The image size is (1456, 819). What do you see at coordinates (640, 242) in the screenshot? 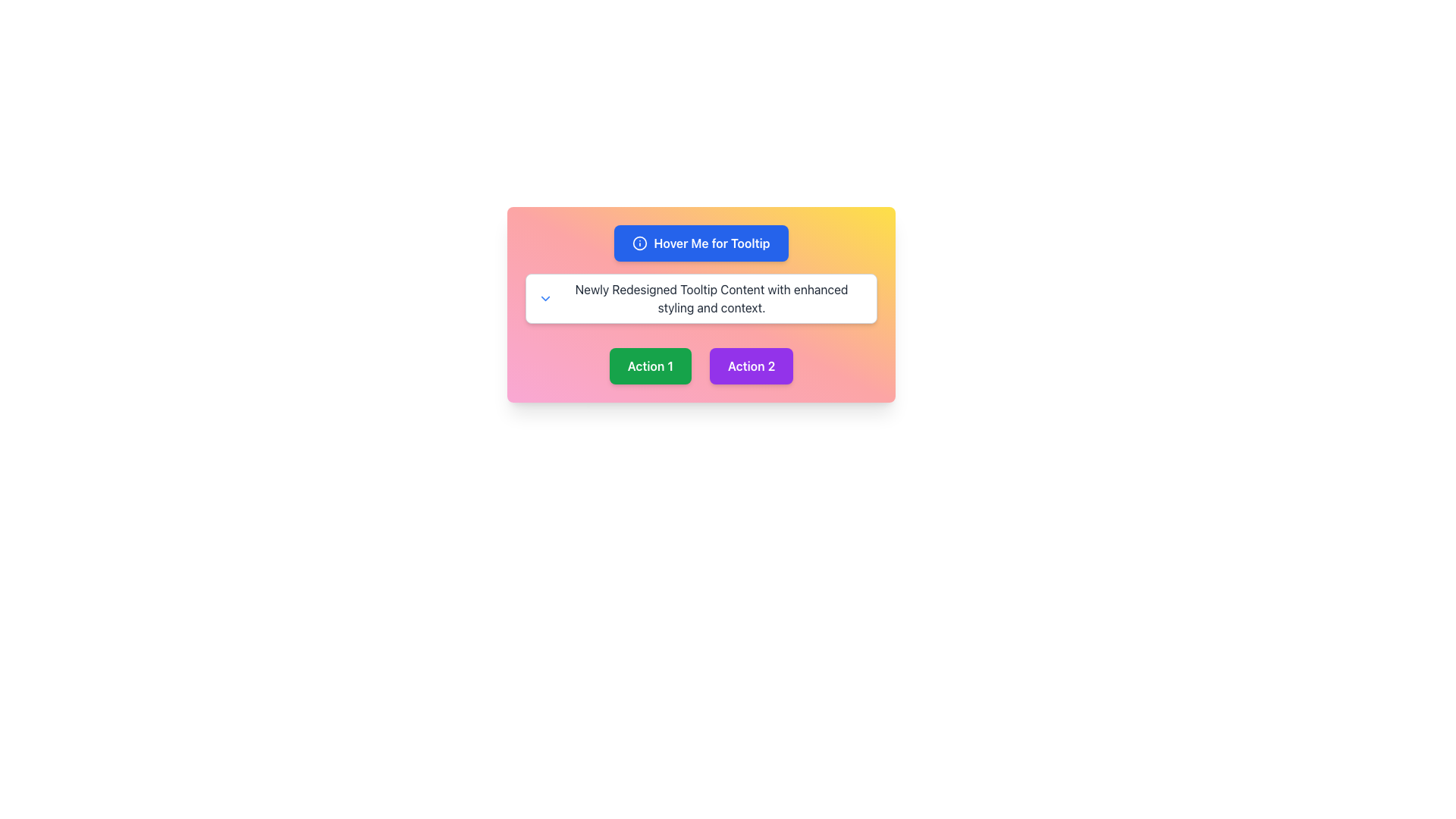
I see `the small circular 'info' icon located on the left side of the blue button labeled 'Hover Me for Tooltip'` at bounding box center [640, 242].